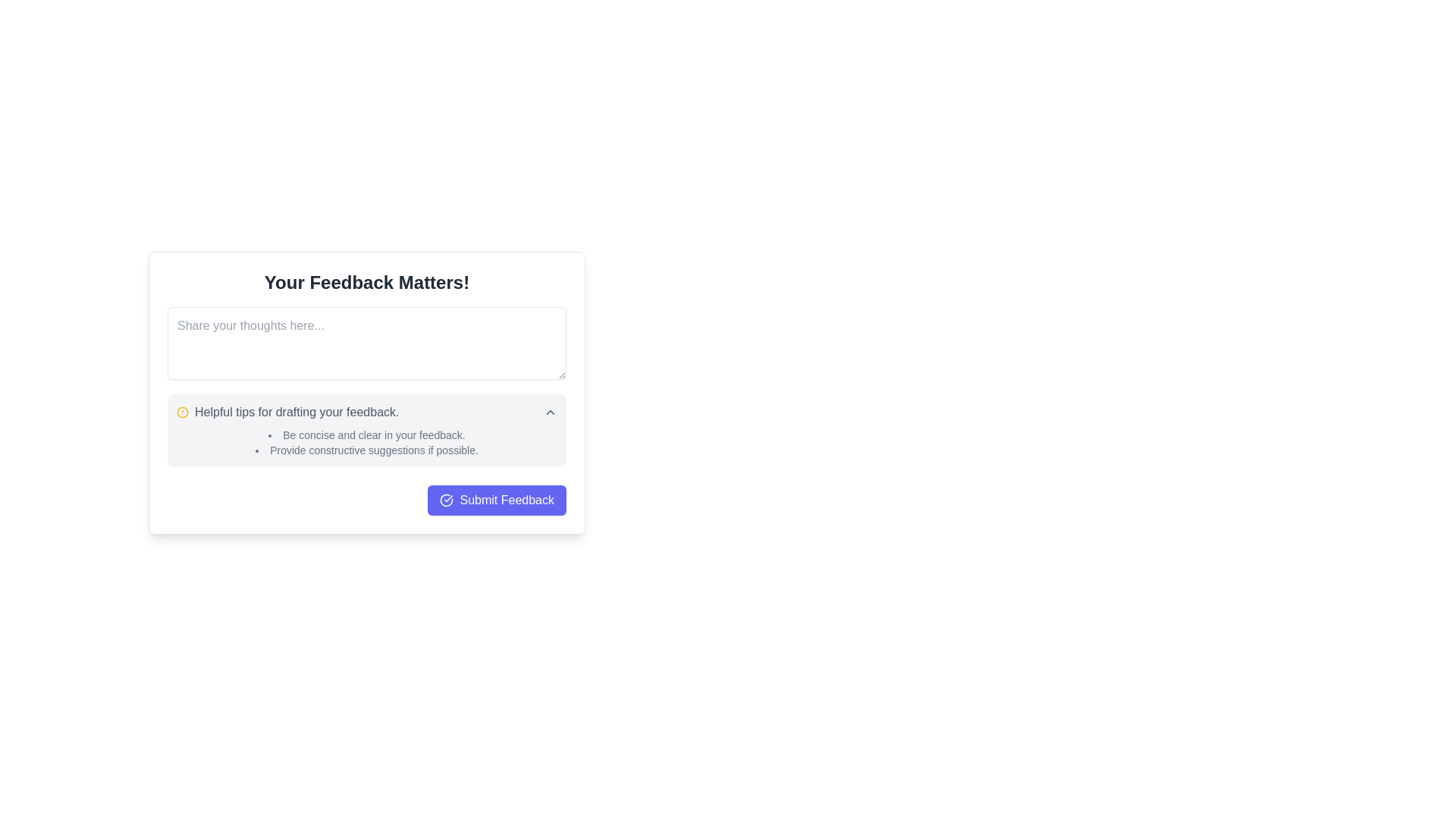 This screenshot has height=819, width=1456. I want to click on the submit button located at the bottom-right corner of the feedback form, so click(497, 500).